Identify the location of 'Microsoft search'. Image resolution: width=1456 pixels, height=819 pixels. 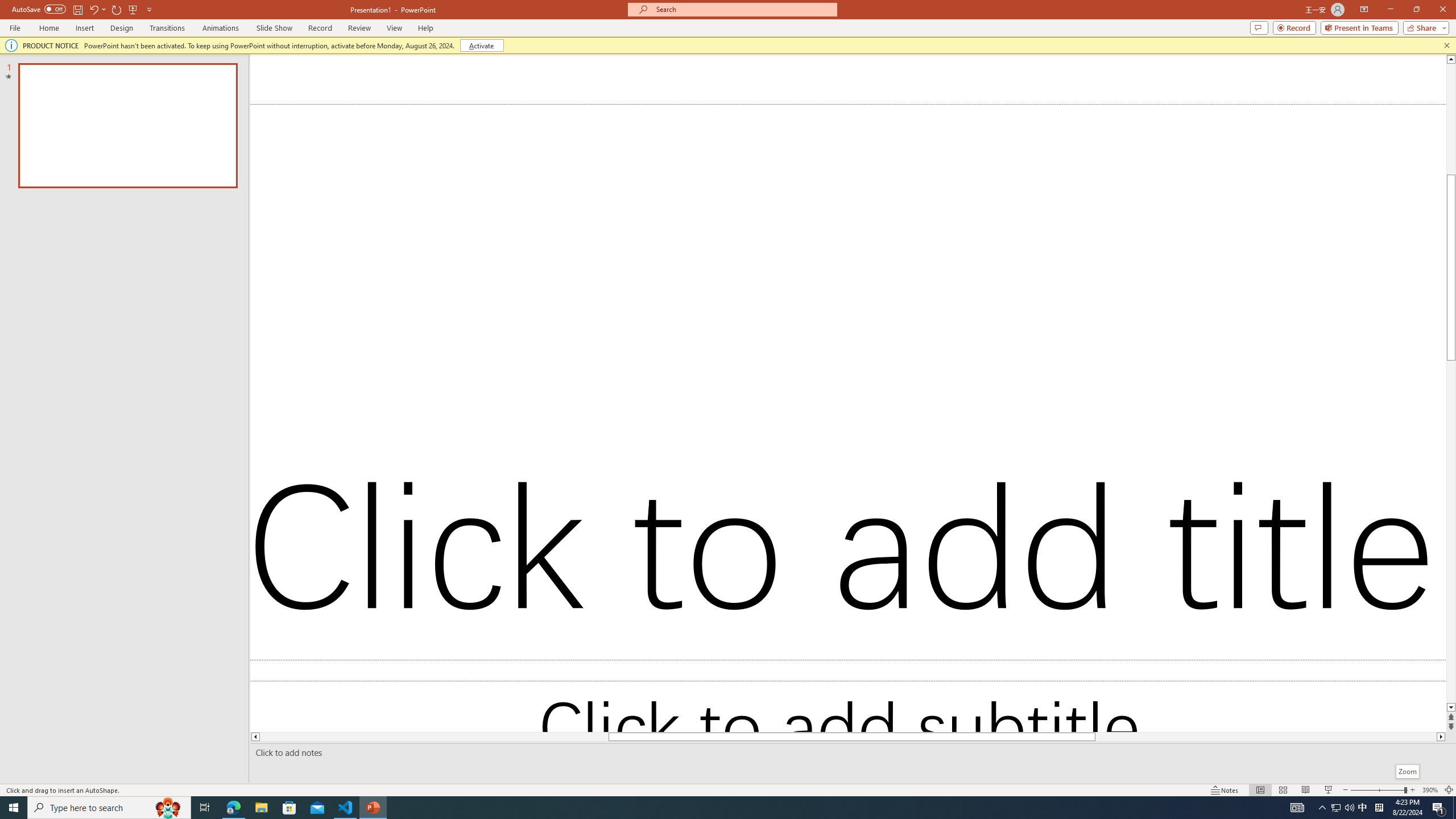
(742, 9).